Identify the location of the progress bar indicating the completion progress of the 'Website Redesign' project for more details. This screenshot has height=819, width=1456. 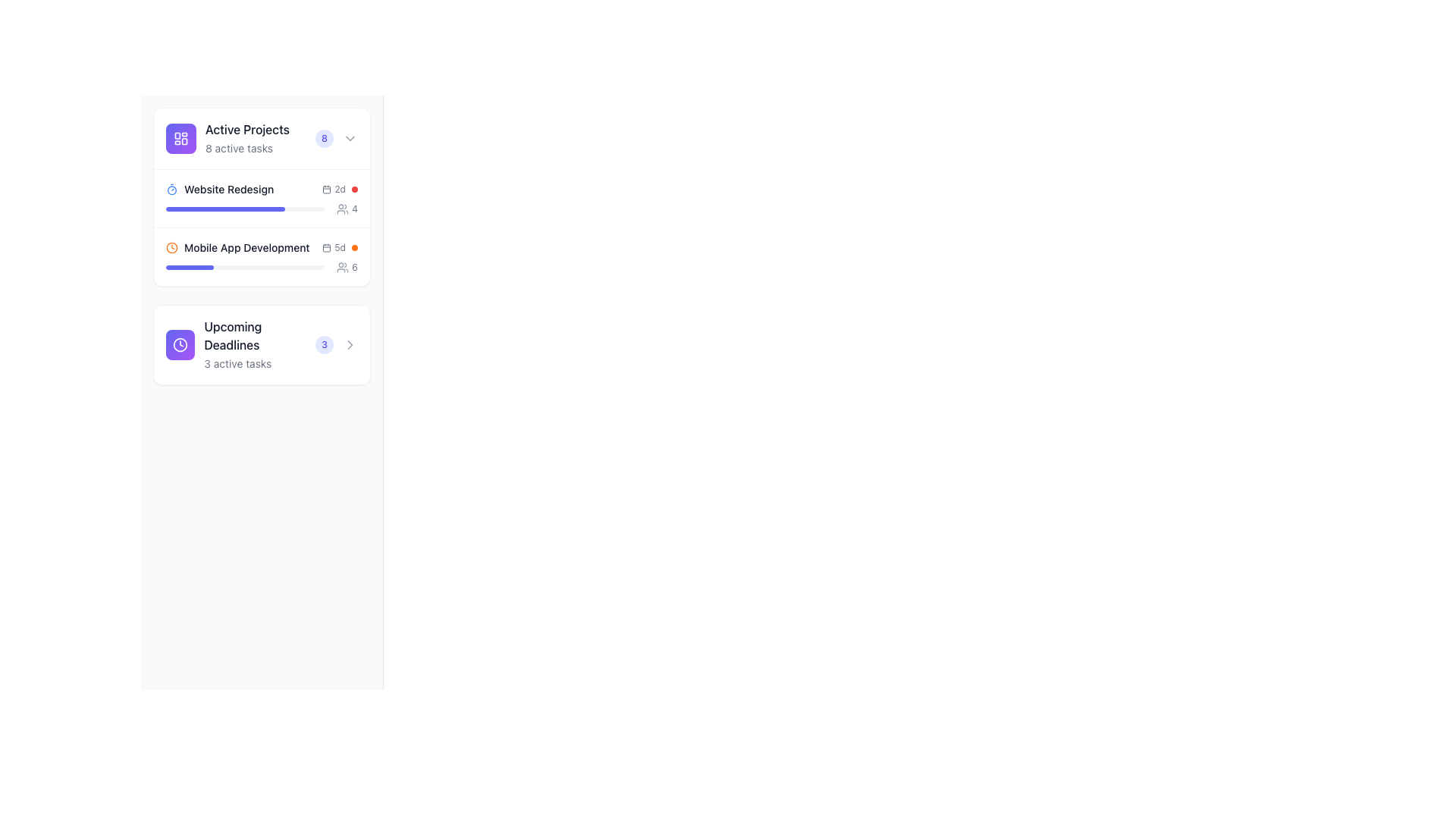
(245, 209).